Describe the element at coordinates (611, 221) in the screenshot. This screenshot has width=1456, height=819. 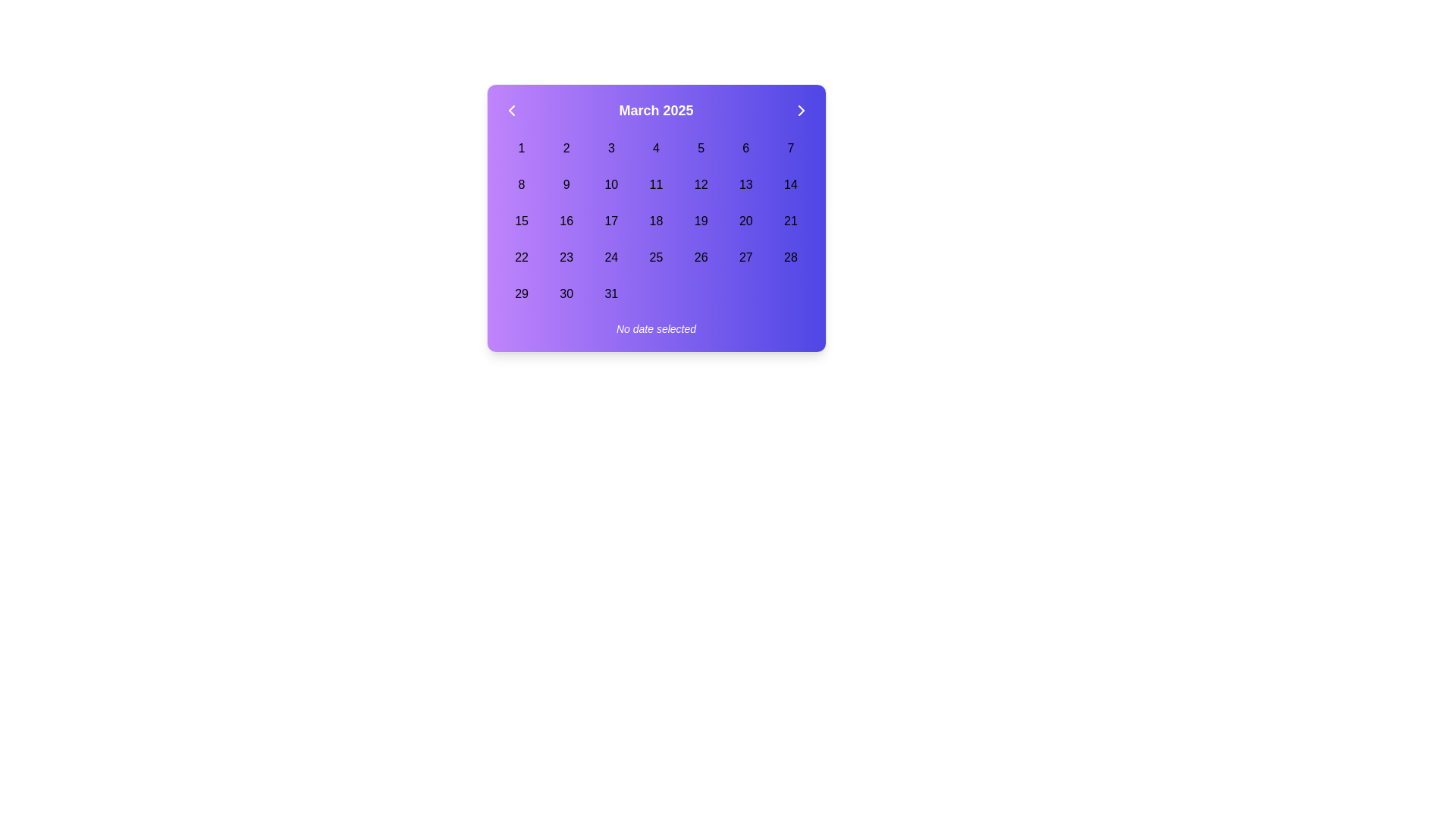
I see `the small circular button labeled '17' in the calendar grid for March 2025` at that location.